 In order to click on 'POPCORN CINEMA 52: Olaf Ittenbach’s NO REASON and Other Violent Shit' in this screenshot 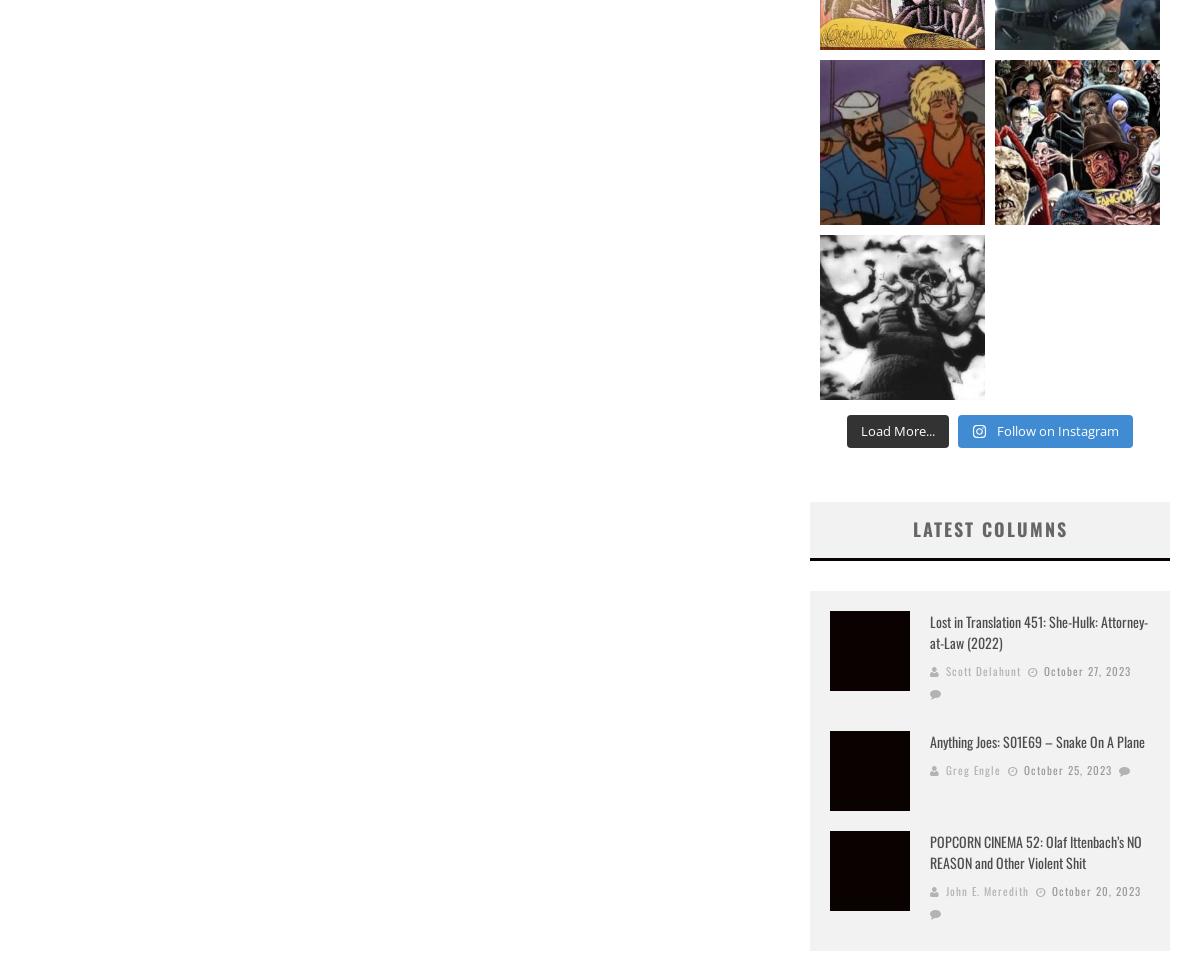, I will do `click(1035, 852)`.